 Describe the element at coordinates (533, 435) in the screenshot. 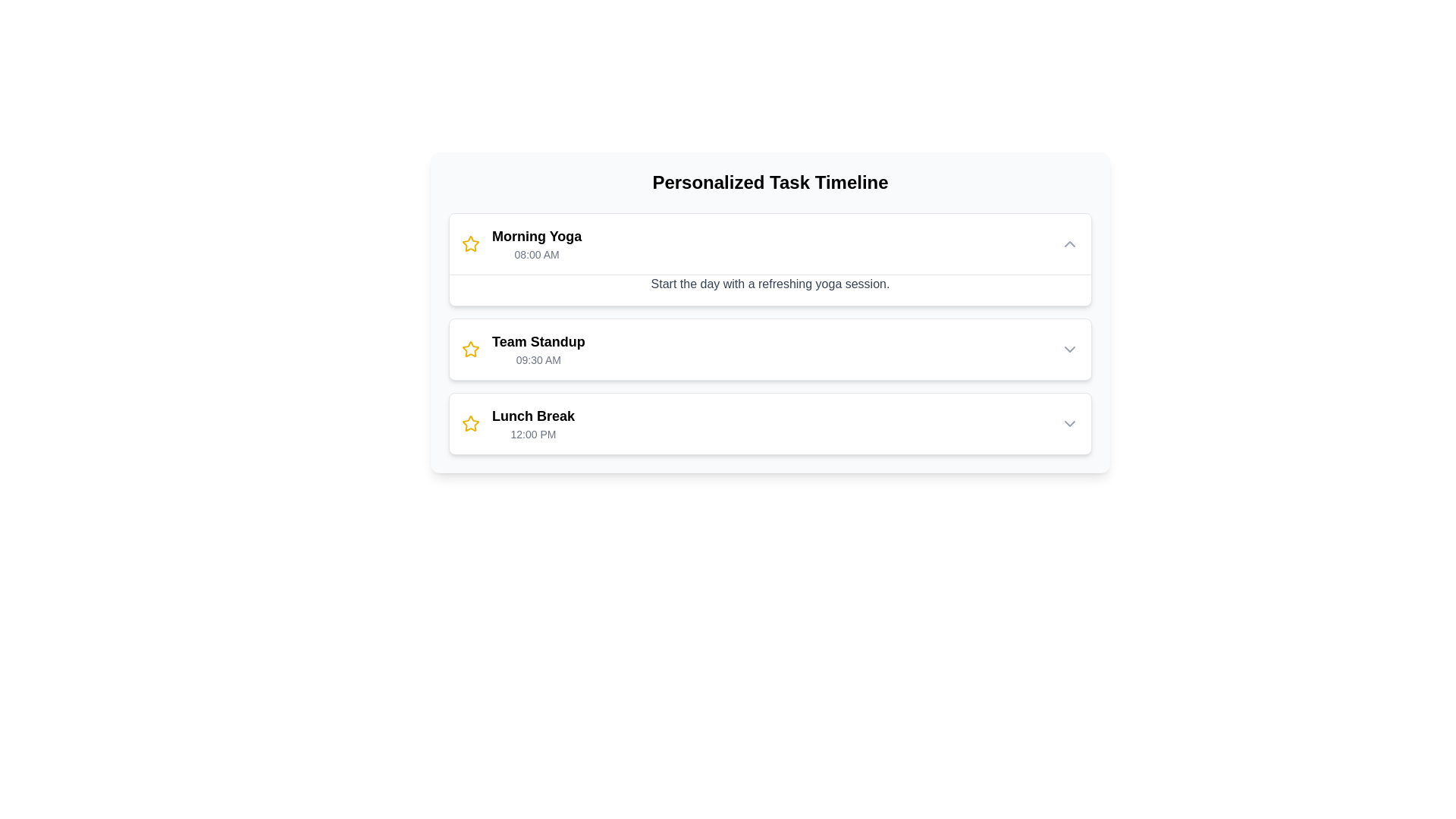

I see `time displayed in the text element showing '12:00 PM', located in the third task card under 'Personalized Task Timeline', below 'Lunch Break'` at that location.